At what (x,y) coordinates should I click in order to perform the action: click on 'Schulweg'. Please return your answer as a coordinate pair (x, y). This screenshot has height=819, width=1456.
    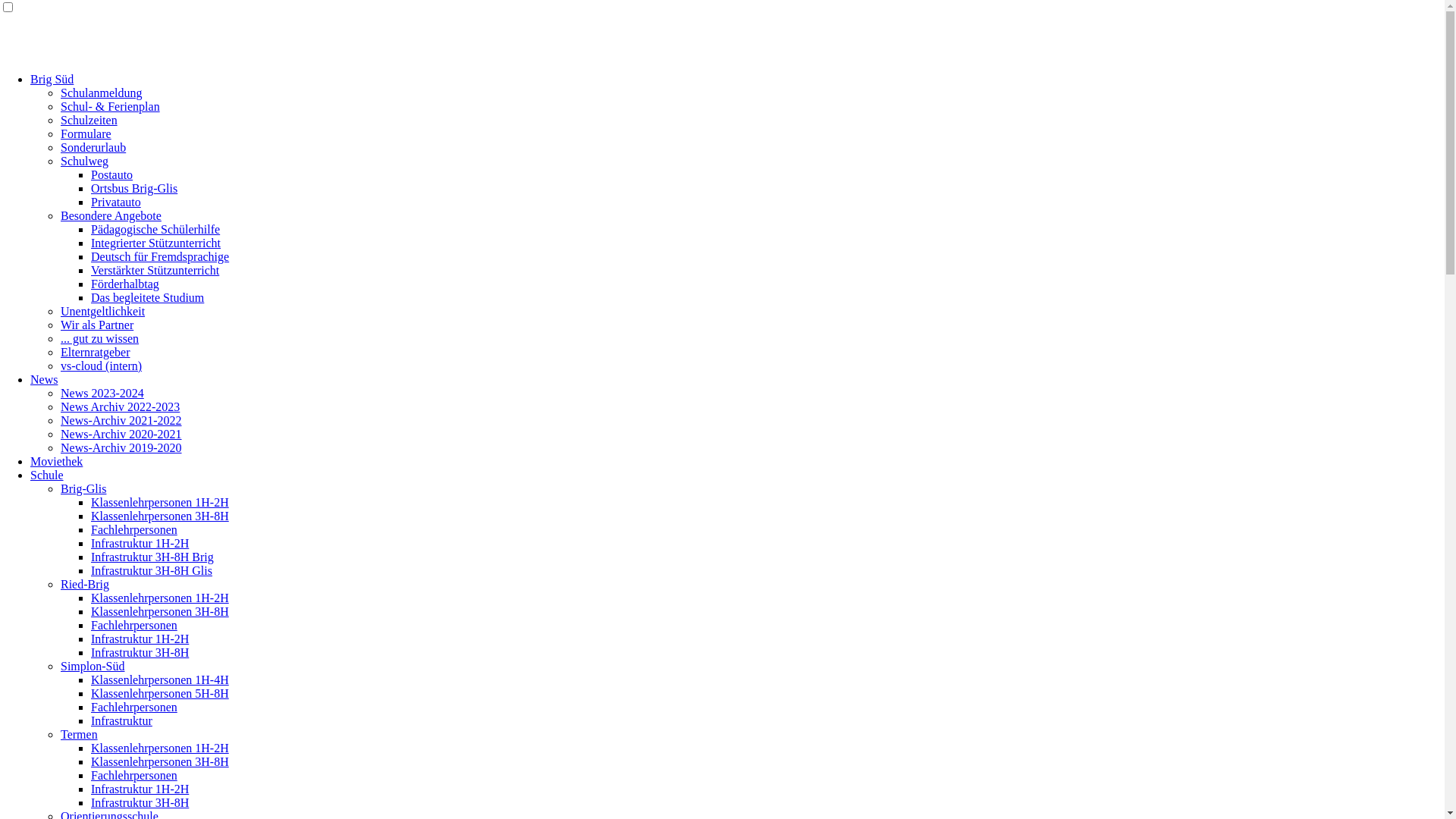
    Looking at the image, I should click on (83, 161).